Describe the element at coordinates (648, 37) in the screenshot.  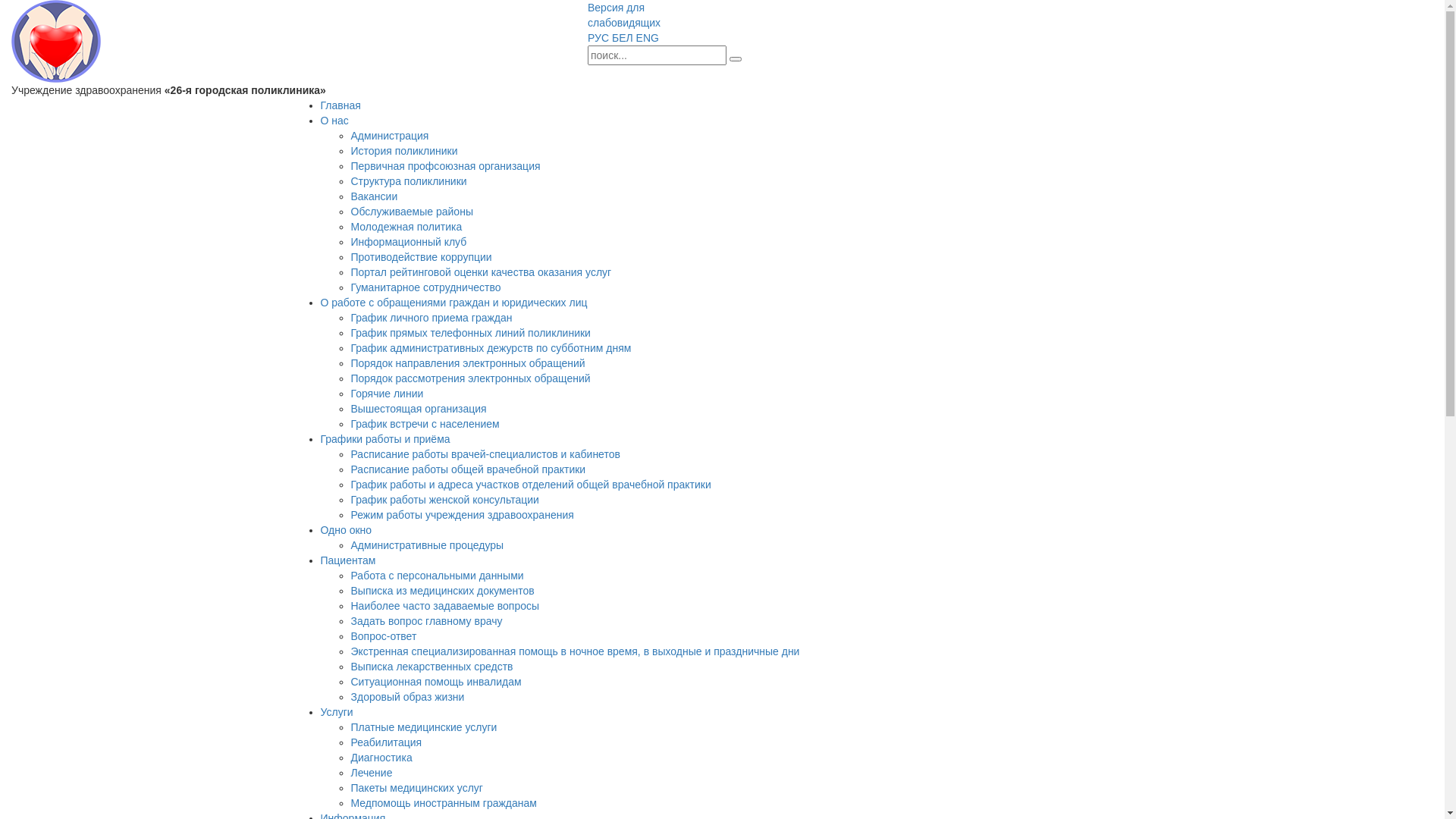
I see `'ENG'` at that location.